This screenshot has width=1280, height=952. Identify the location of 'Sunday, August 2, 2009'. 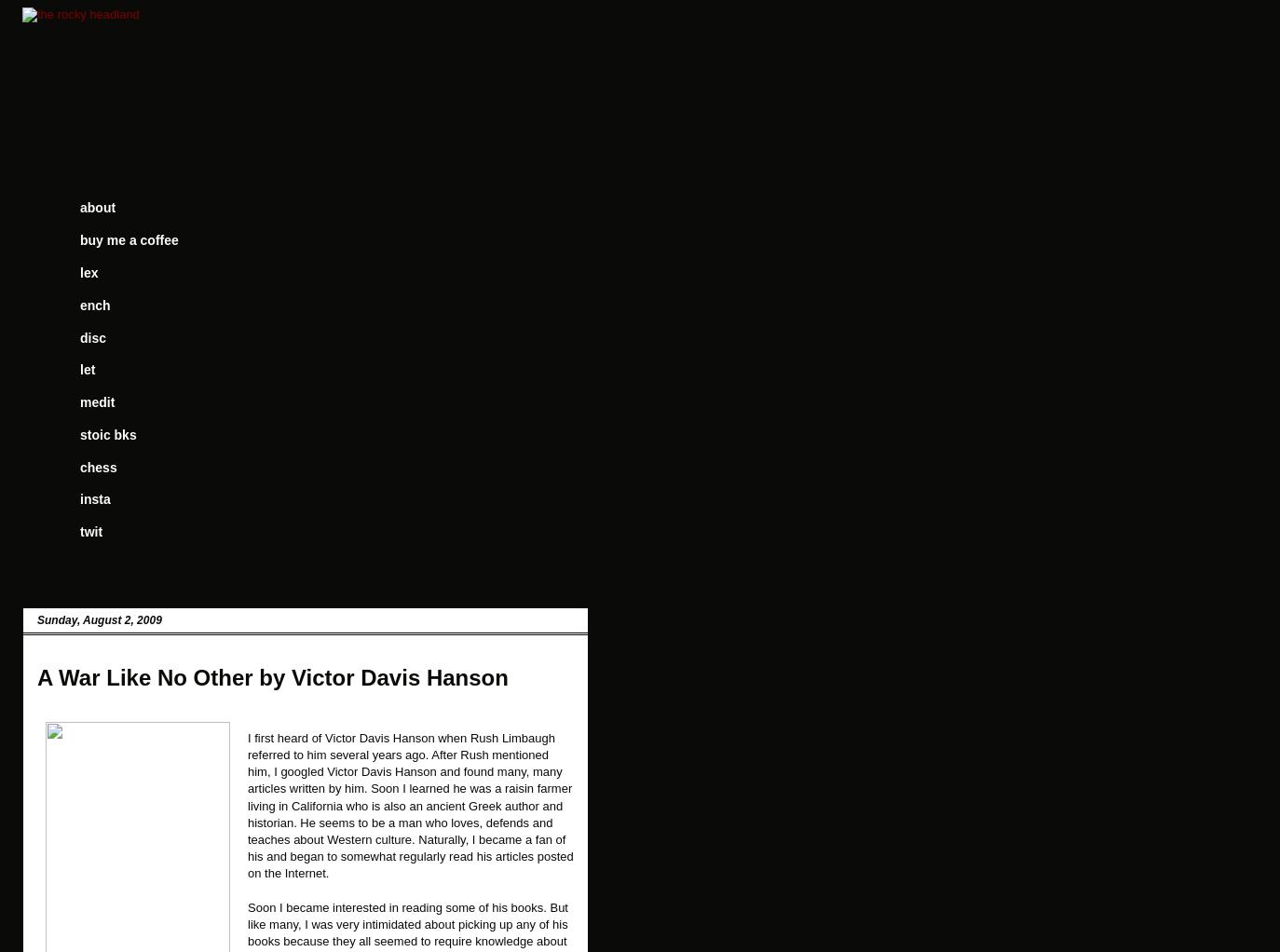
(35, 619).